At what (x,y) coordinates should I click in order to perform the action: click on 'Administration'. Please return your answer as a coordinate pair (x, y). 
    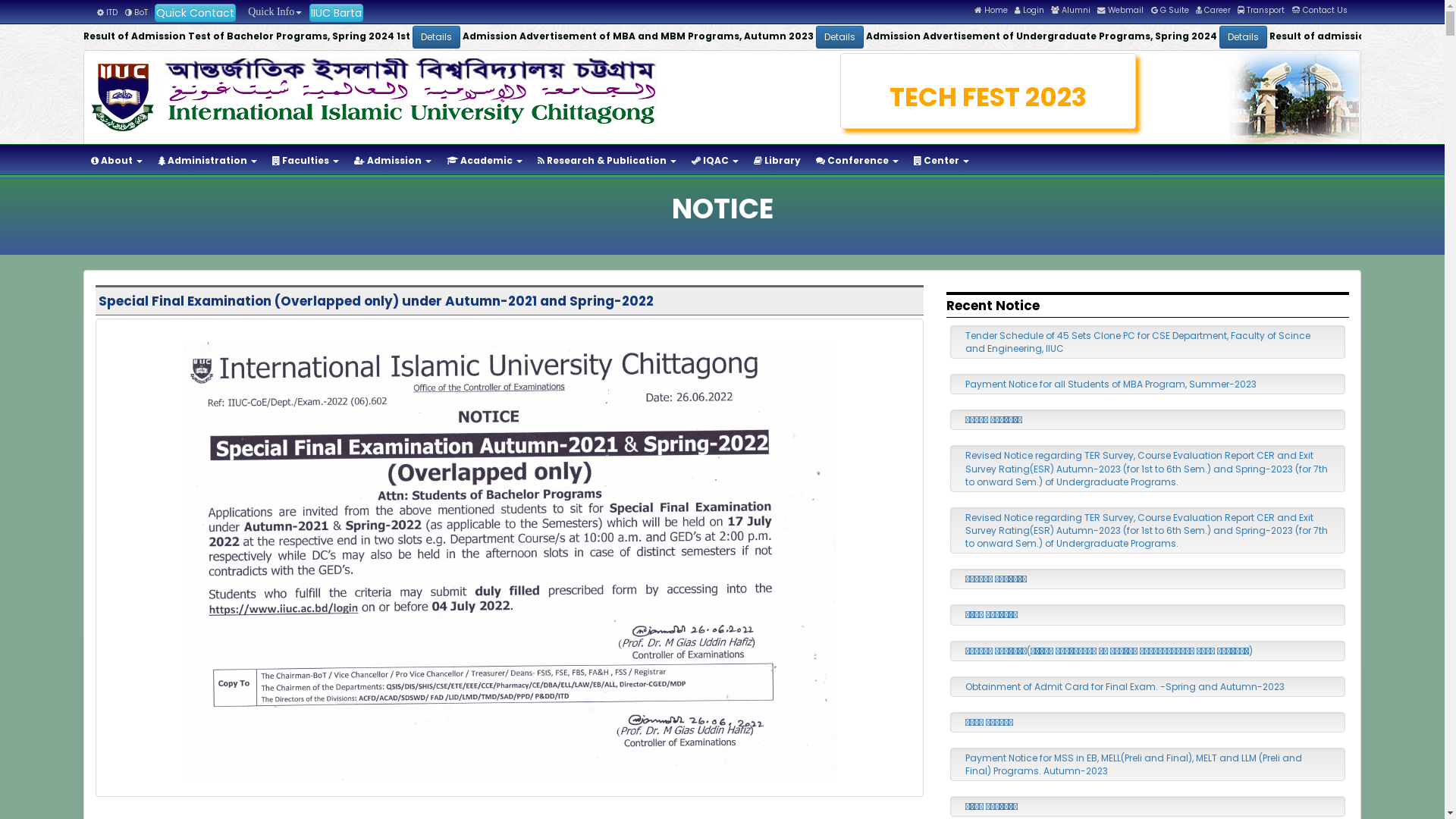
    Looking at the image, I should click on (206, 161).